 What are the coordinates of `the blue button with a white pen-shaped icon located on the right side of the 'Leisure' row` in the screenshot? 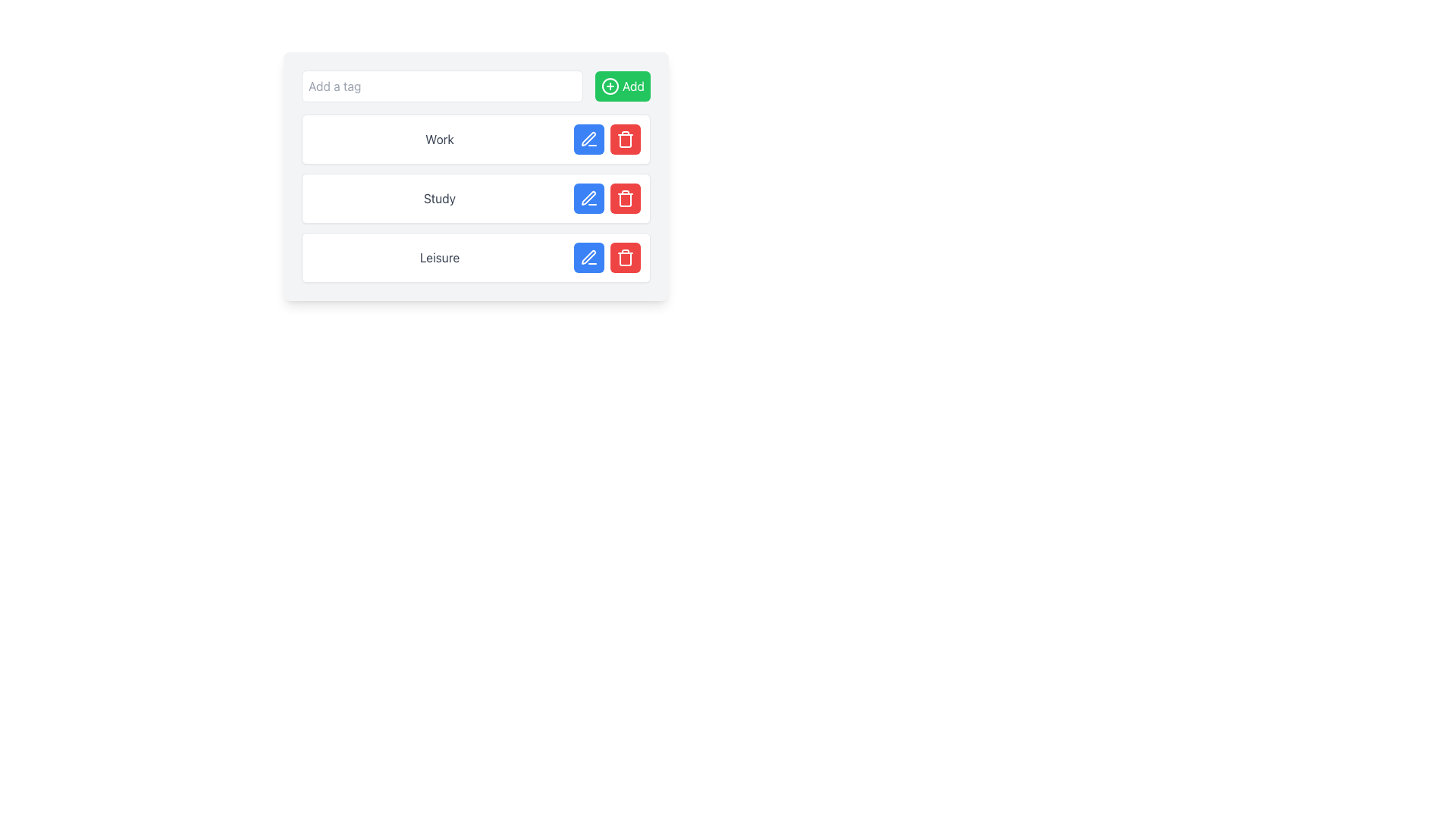 It's located at (588, 256).